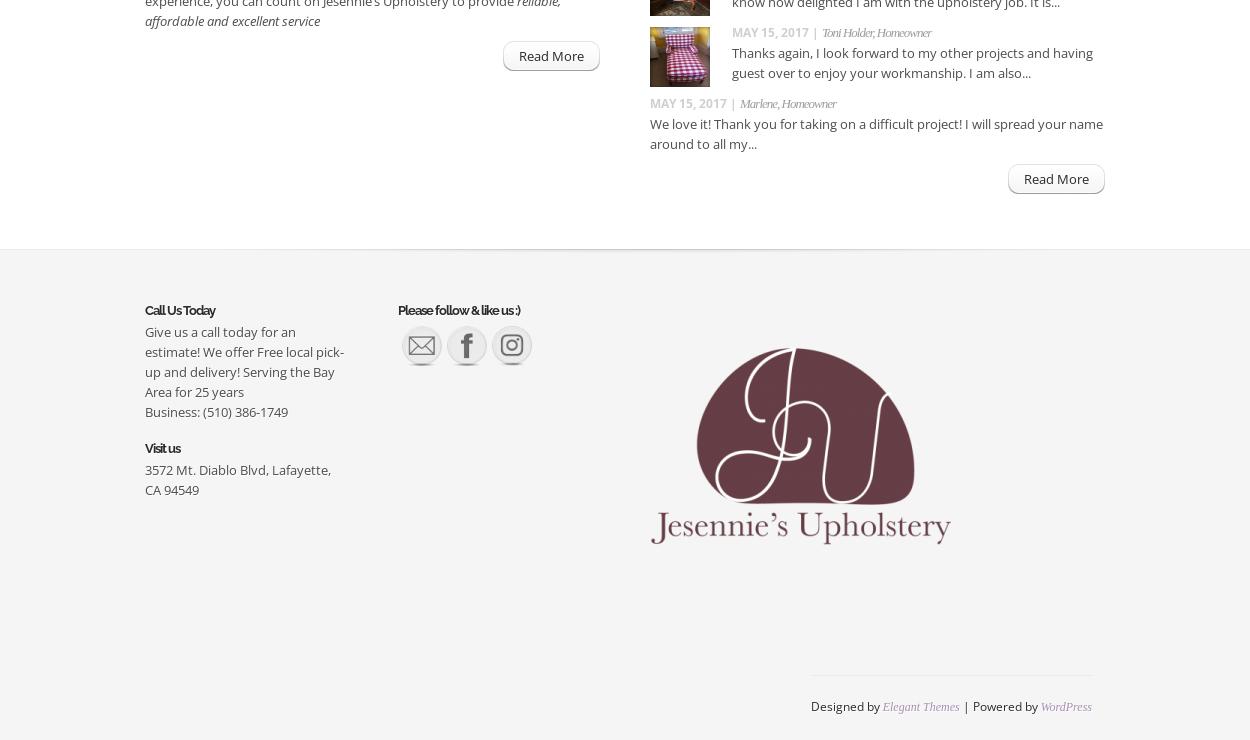 Image resolution: width=1250 pixels, height=740 pixels. What do you see at coordinates (920, 705) in the screenshot?
I see `'Elegant Themes'` at bounding box center [920, 705].